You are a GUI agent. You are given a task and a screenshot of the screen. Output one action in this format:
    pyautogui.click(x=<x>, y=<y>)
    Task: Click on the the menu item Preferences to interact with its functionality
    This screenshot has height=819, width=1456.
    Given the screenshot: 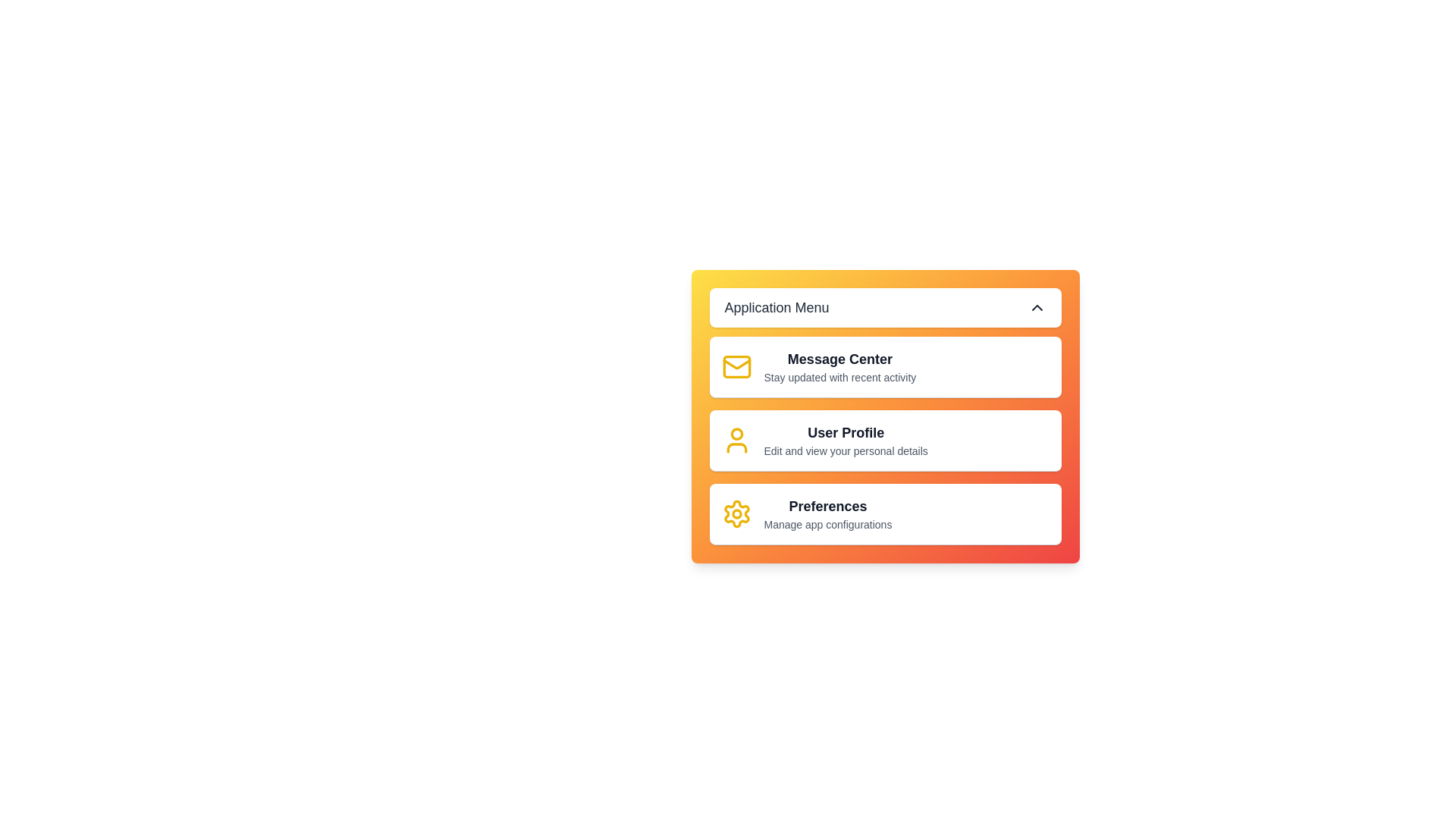 What is the action you would take?
    pyautogui.click(x=885, y=513)
    